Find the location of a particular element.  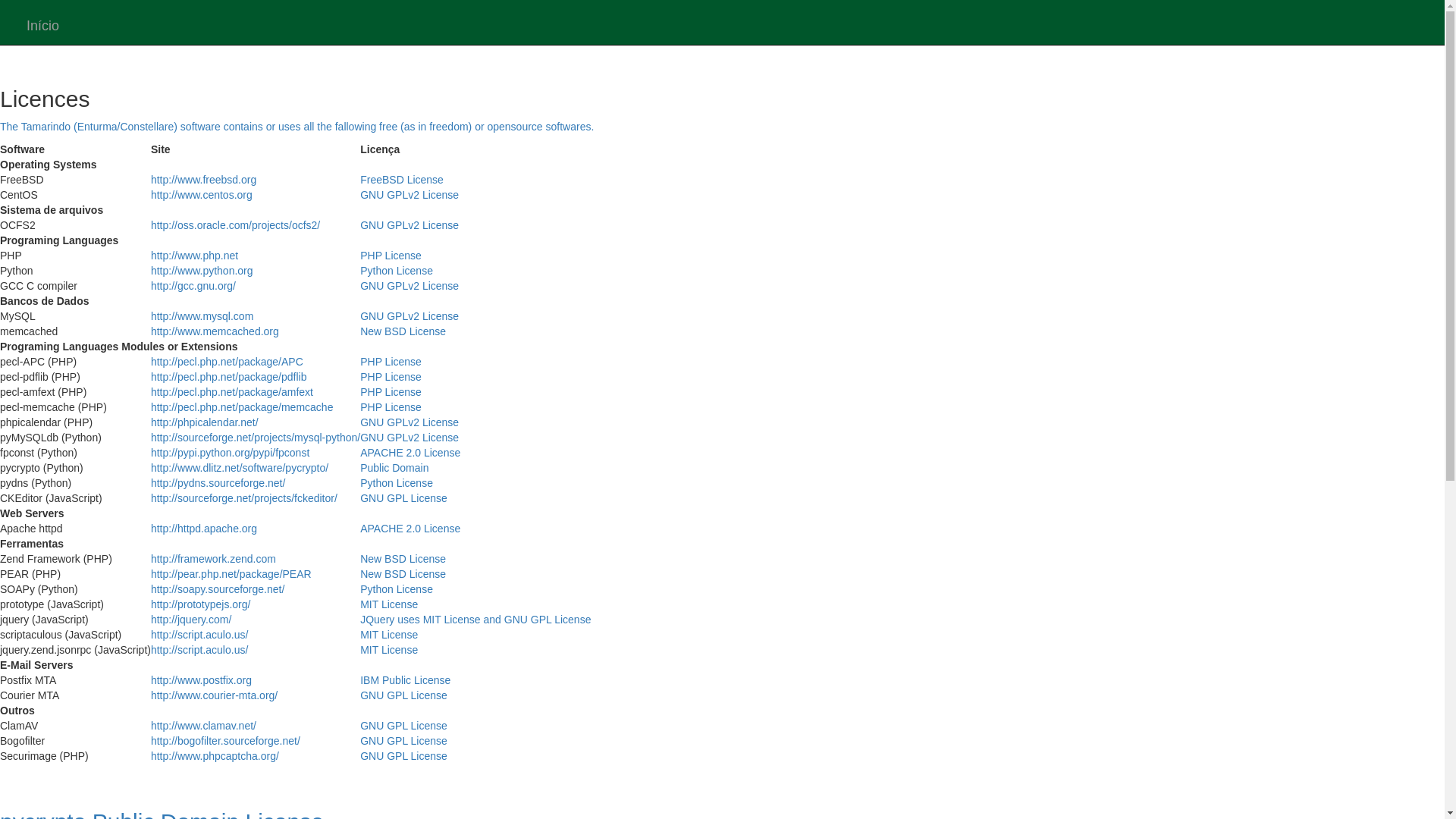

'http://pypi.python.org/pypi/fpconst' is located at coordinates (150, 452).